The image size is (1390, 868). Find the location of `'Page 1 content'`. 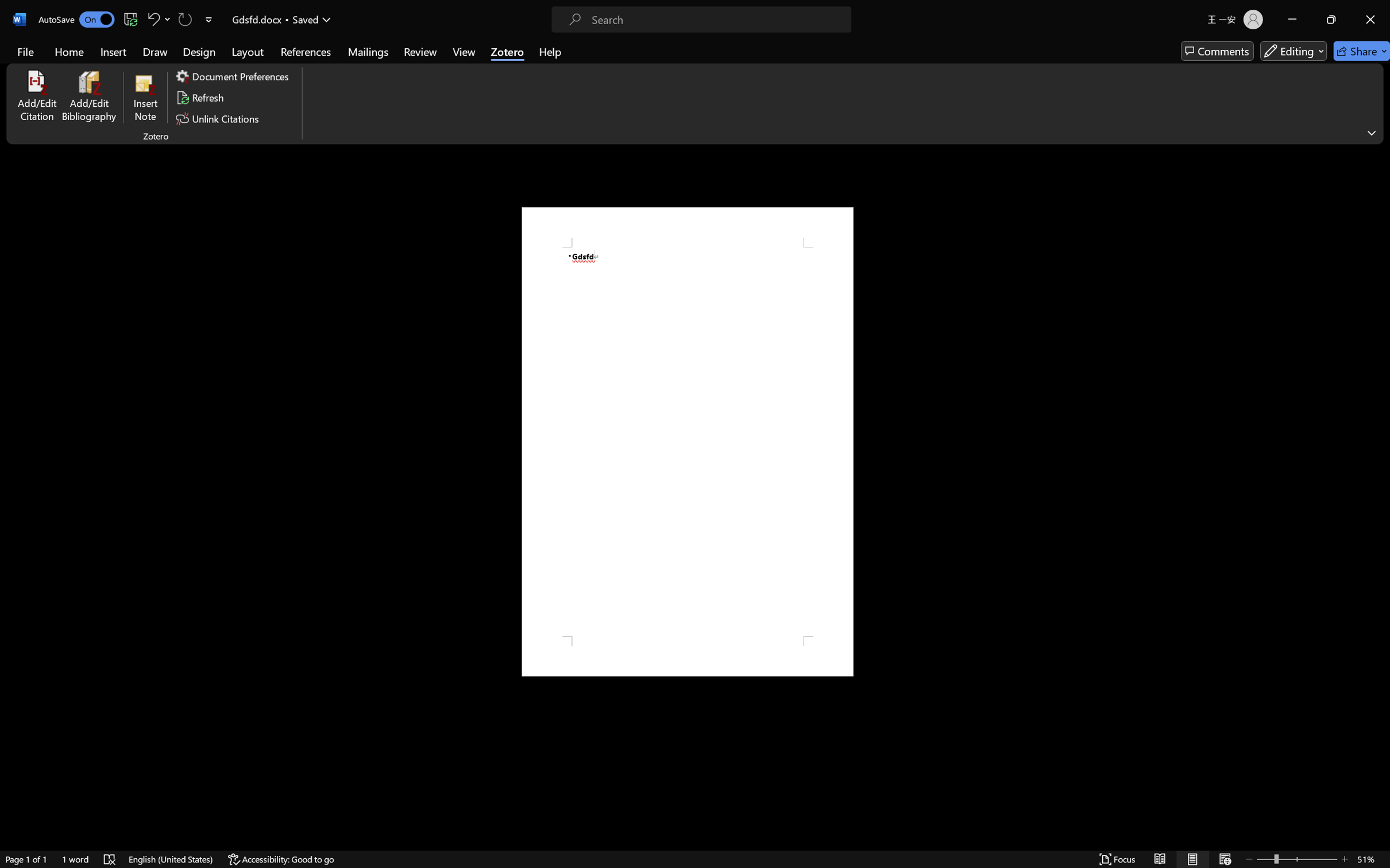

'Page 1 content' is located at coordinates (687, 441).